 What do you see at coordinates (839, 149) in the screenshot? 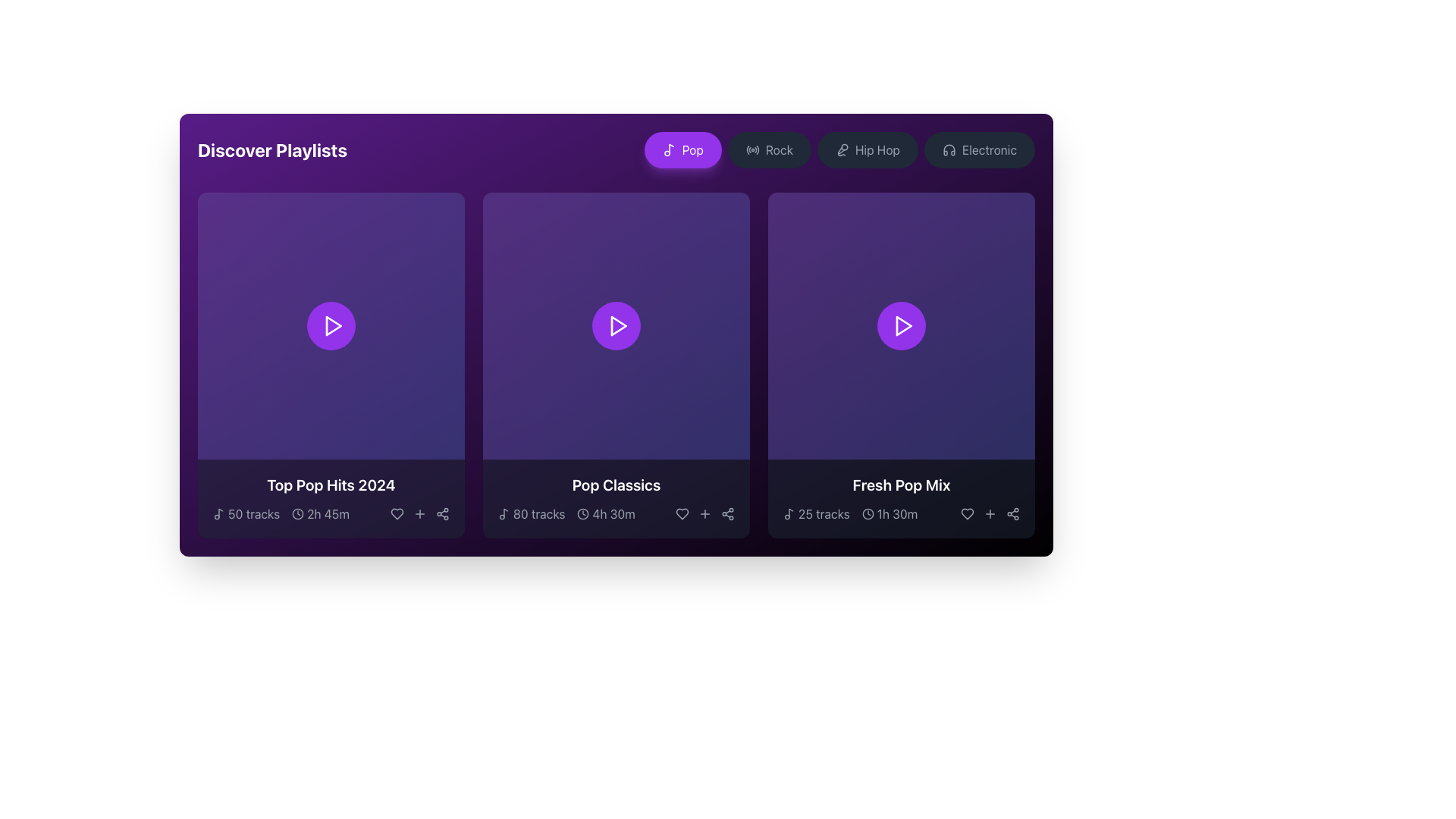
I see `the 'Hip Hop' genre button located between 'Rock' and 'Electronic' in the genre tabs section under 'Discover Playlists'` at bounding box center [839, 149].